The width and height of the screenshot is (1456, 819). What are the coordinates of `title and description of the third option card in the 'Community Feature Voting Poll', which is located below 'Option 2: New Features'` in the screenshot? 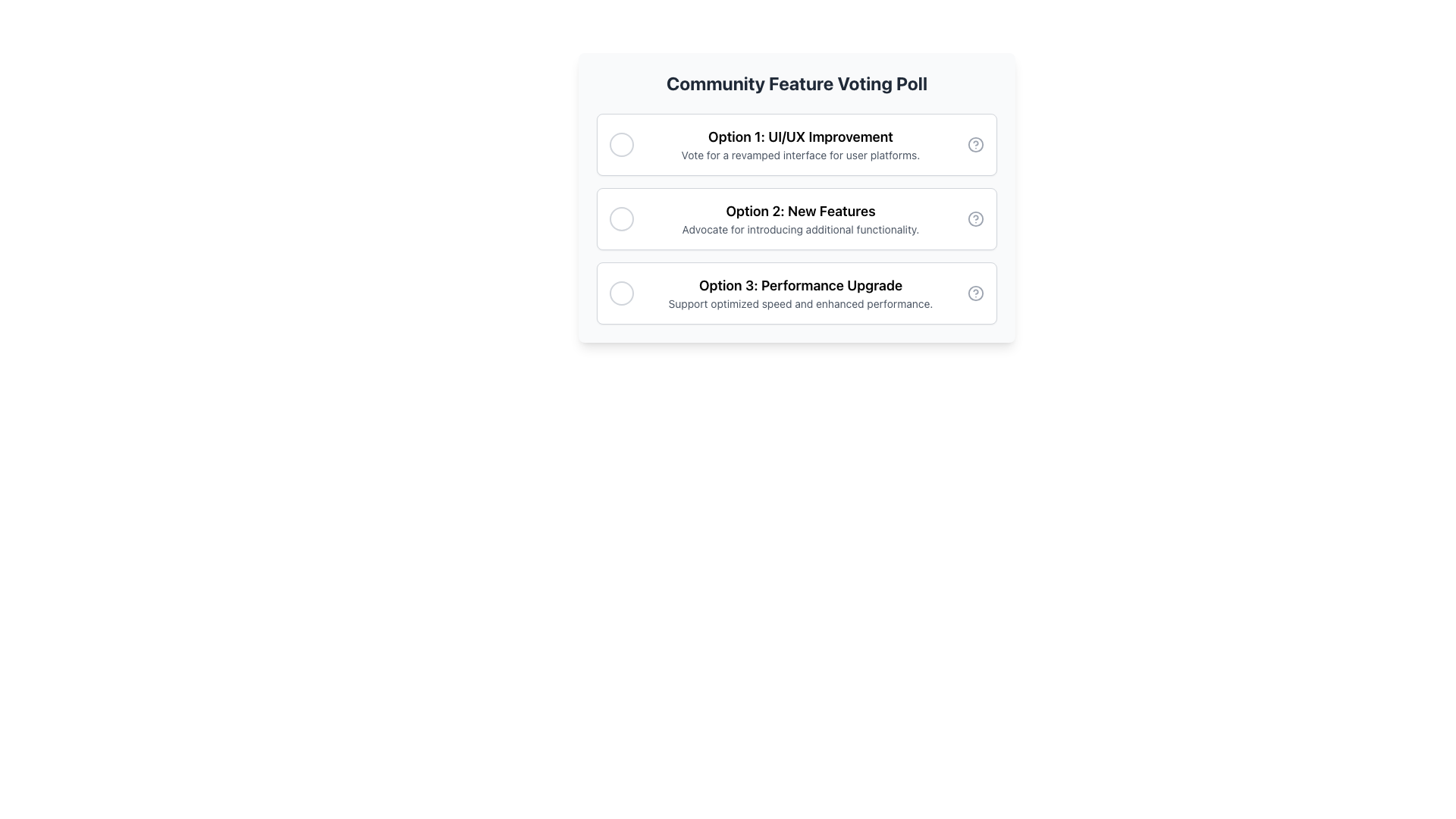 It's located at (796, 293).